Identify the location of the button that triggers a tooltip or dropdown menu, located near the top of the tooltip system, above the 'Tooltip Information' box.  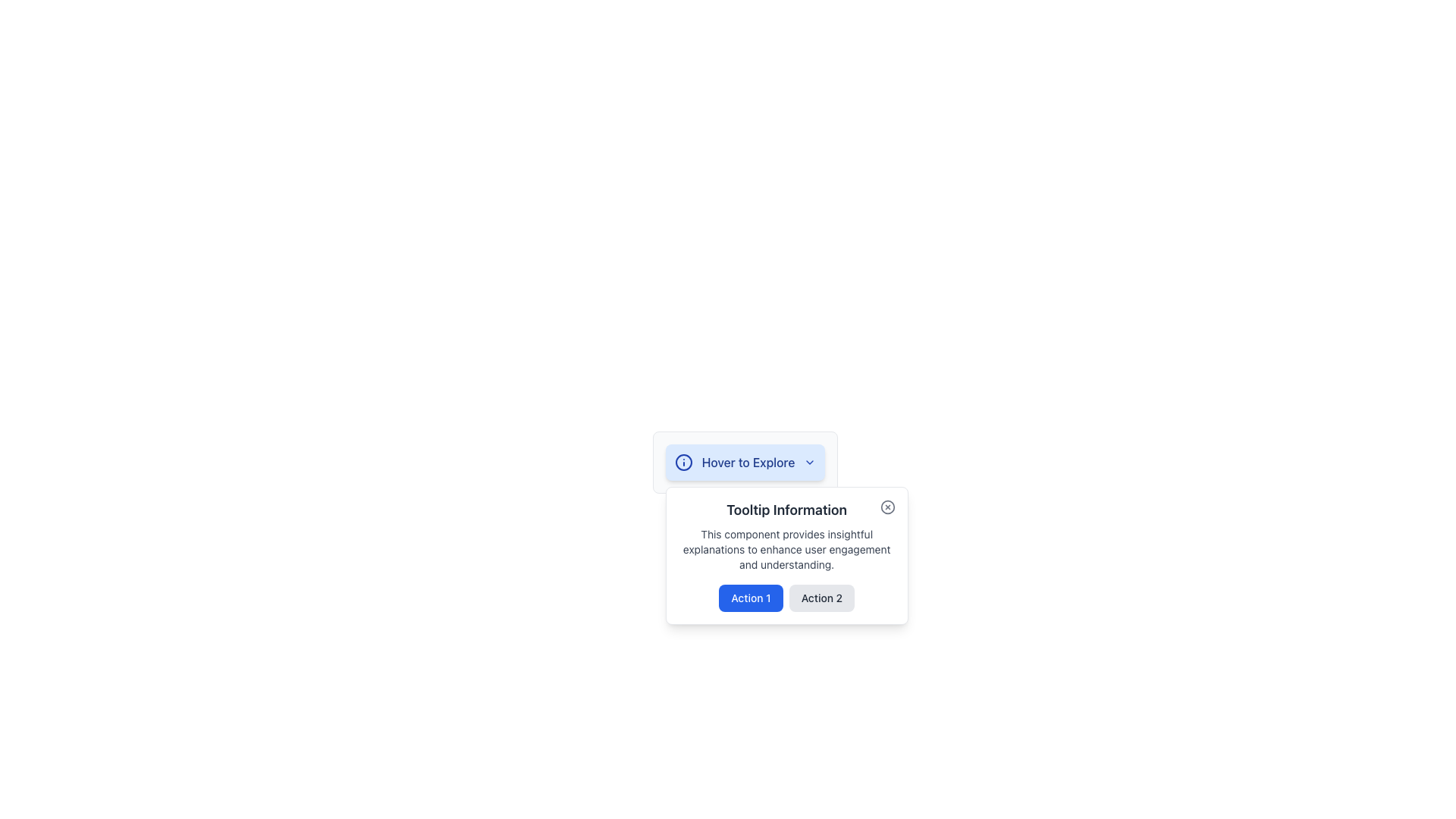
(745, 461).